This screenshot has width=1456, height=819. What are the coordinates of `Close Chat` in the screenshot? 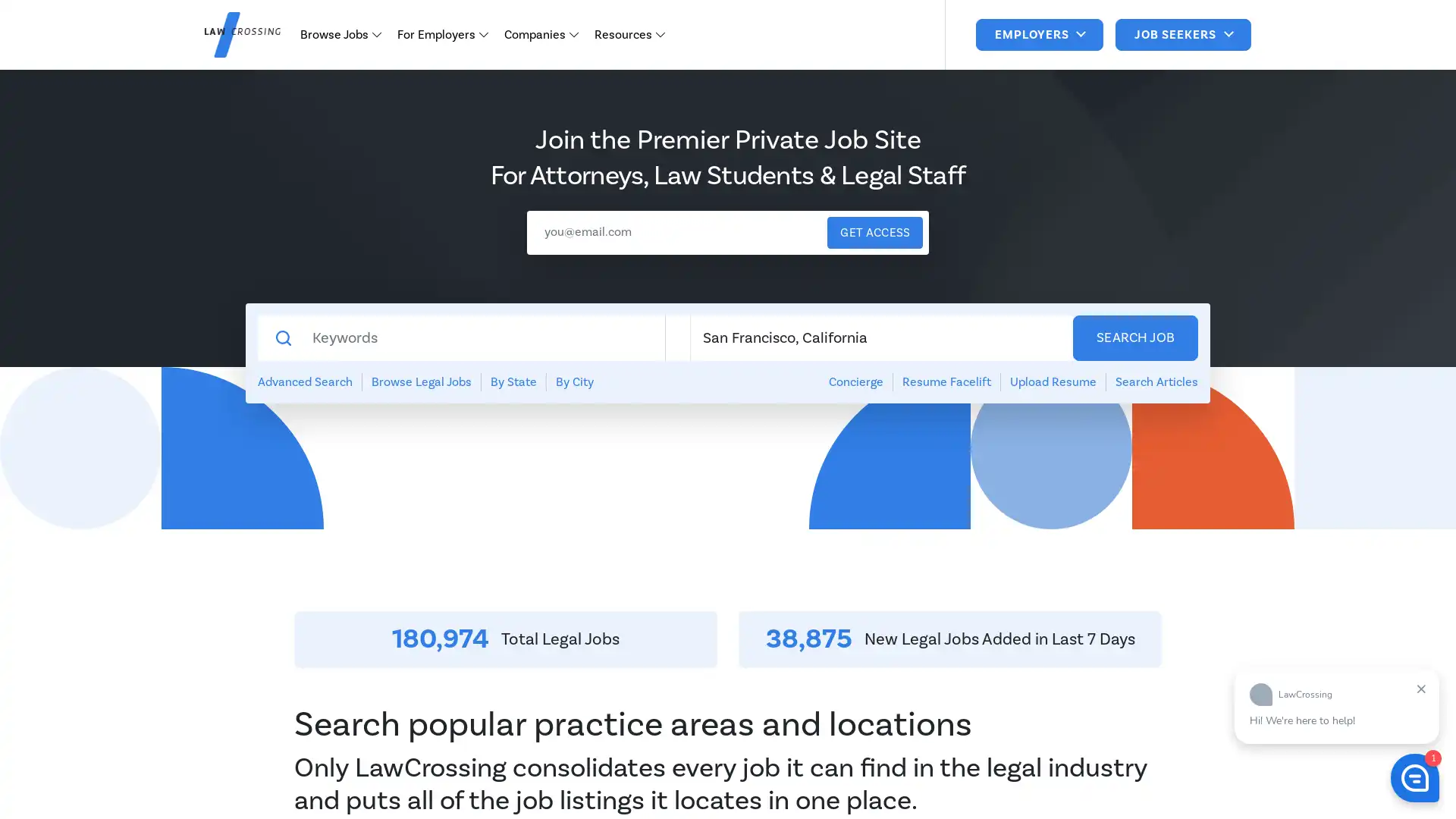 It's located at (1420, 688).